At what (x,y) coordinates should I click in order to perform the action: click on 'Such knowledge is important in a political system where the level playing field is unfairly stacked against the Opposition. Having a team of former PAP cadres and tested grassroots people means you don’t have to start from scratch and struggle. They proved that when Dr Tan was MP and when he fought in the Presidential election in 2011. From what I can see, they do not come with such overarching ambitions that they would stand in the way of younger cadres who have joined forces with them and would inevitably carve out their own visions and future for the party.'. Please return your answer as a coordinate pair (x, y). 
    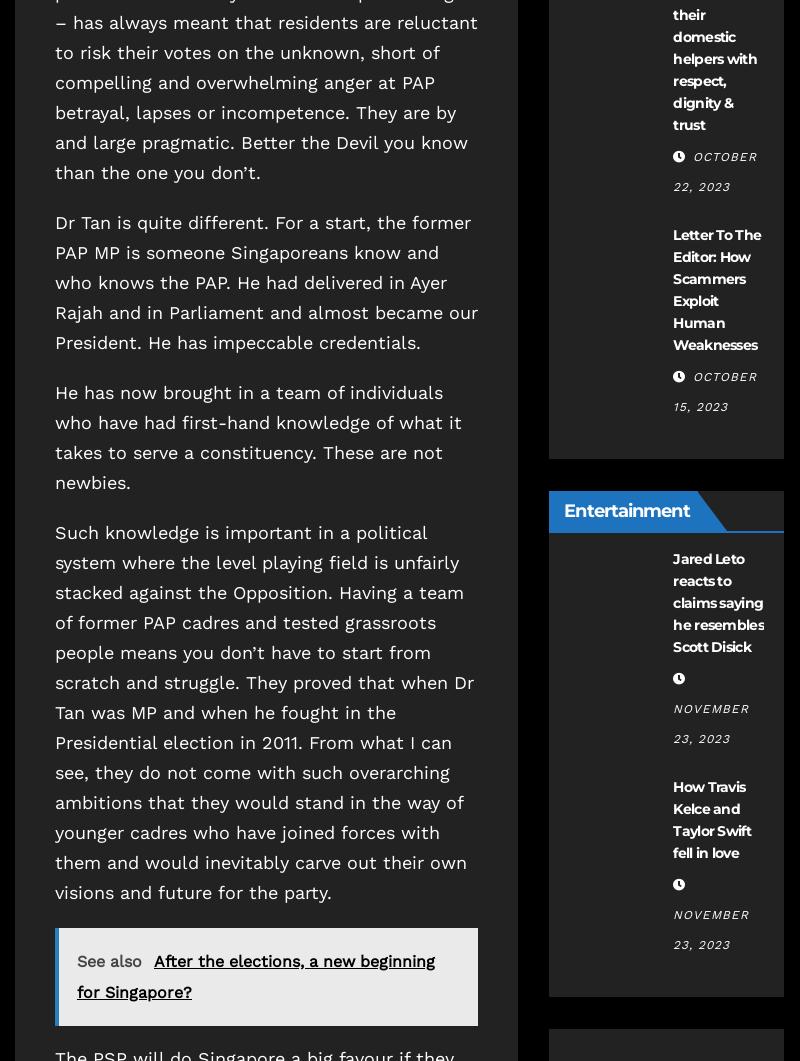
    Looking at the image, I should click on (263, 711).